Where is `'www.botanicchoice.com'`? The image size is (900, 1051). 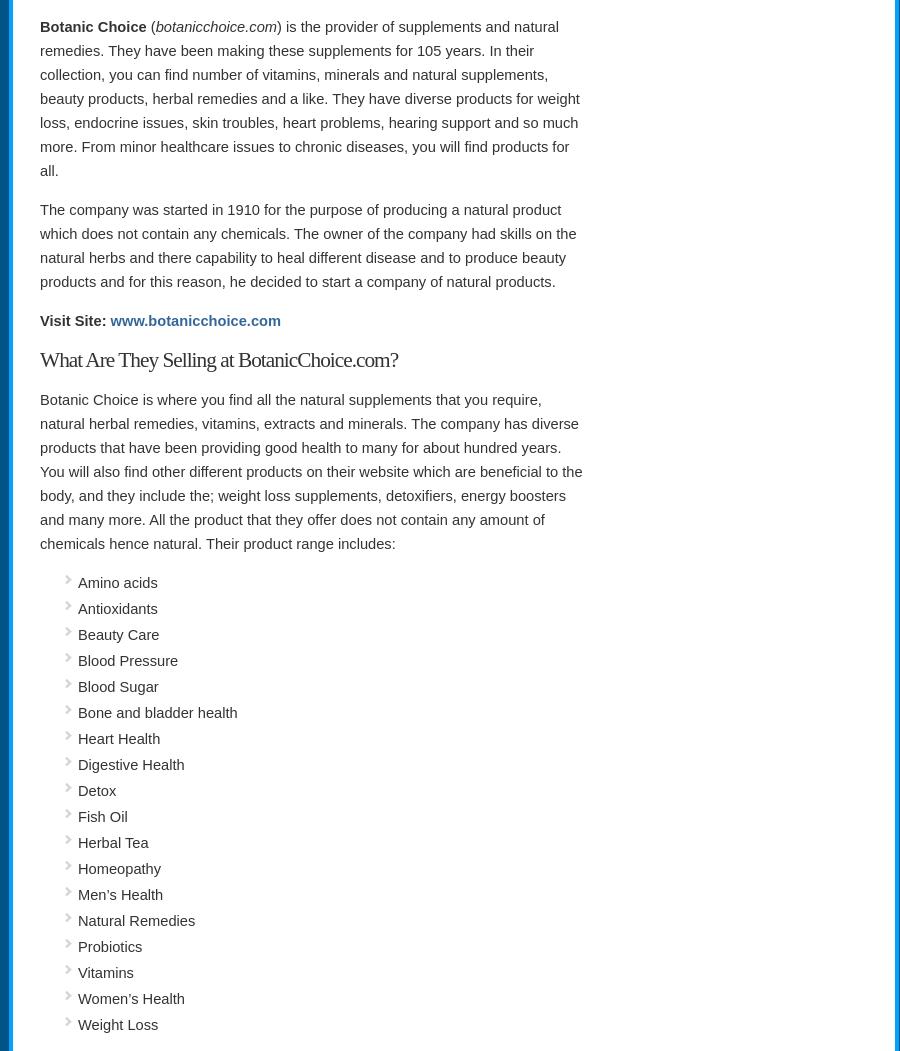
'www.botanicchoice.com' is located at coordinates (195, 319).